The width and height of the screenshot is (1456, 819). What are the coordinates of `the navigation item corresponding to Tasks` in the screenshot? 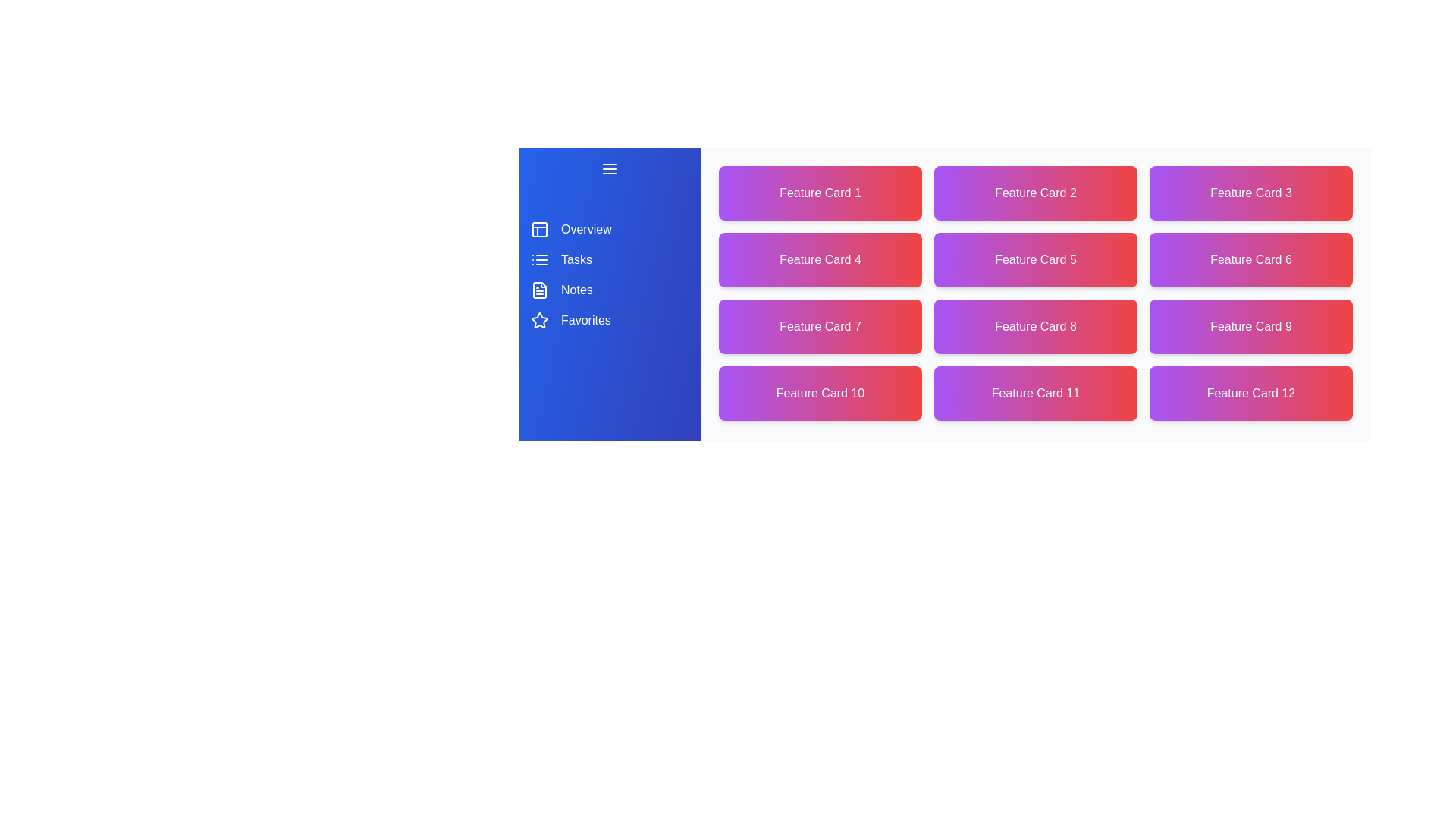 It's located at (610, 259).